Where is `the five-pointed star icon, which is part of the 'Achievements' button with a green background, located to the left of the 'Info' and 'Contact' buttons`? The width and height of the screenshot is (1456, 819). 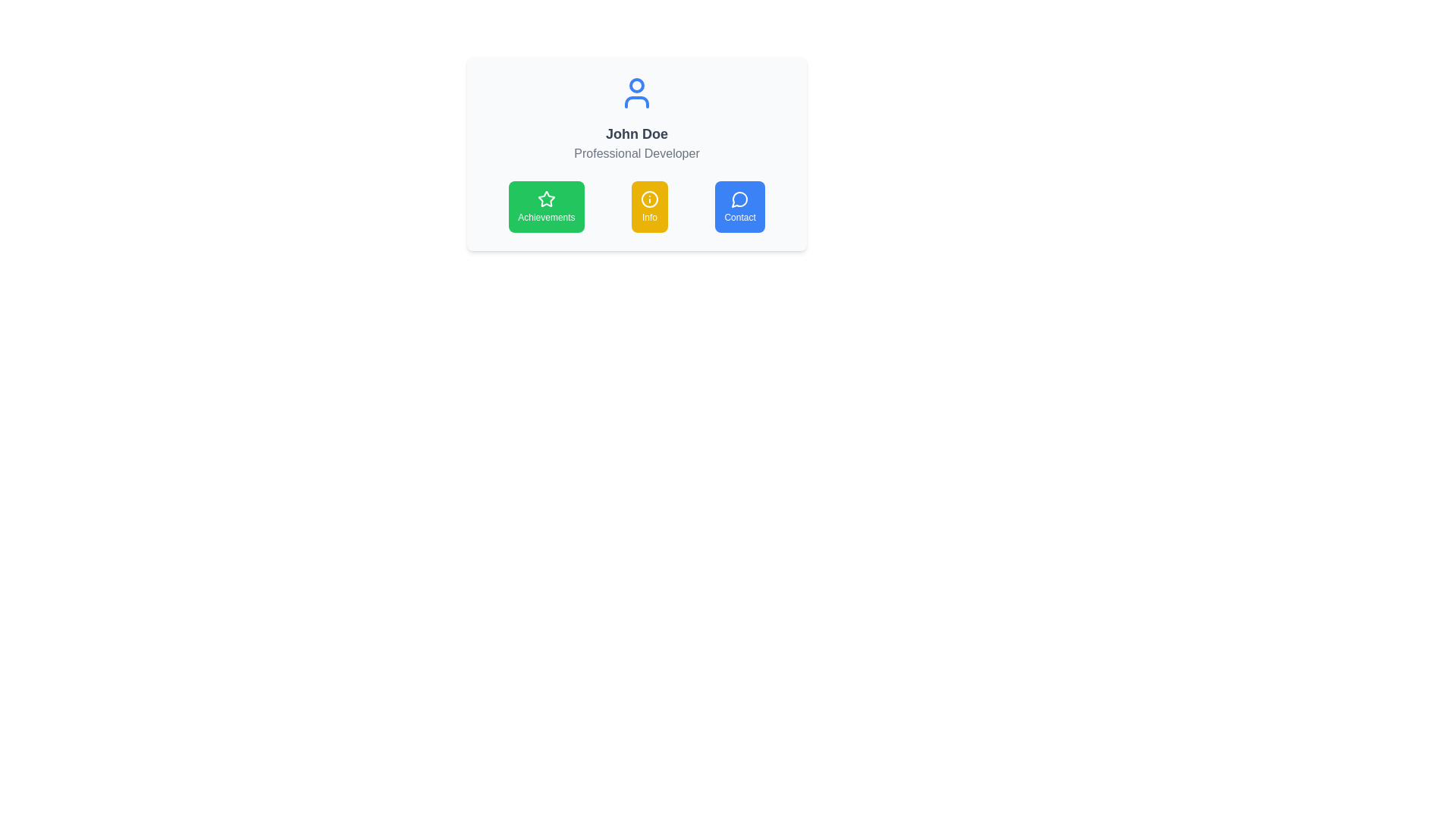
the five-pointed star icon, which is part of the 'Achievements' button with a green background, located to the left of the 'Info' and 'Contact' buttons is located at coordinates (546, 198).